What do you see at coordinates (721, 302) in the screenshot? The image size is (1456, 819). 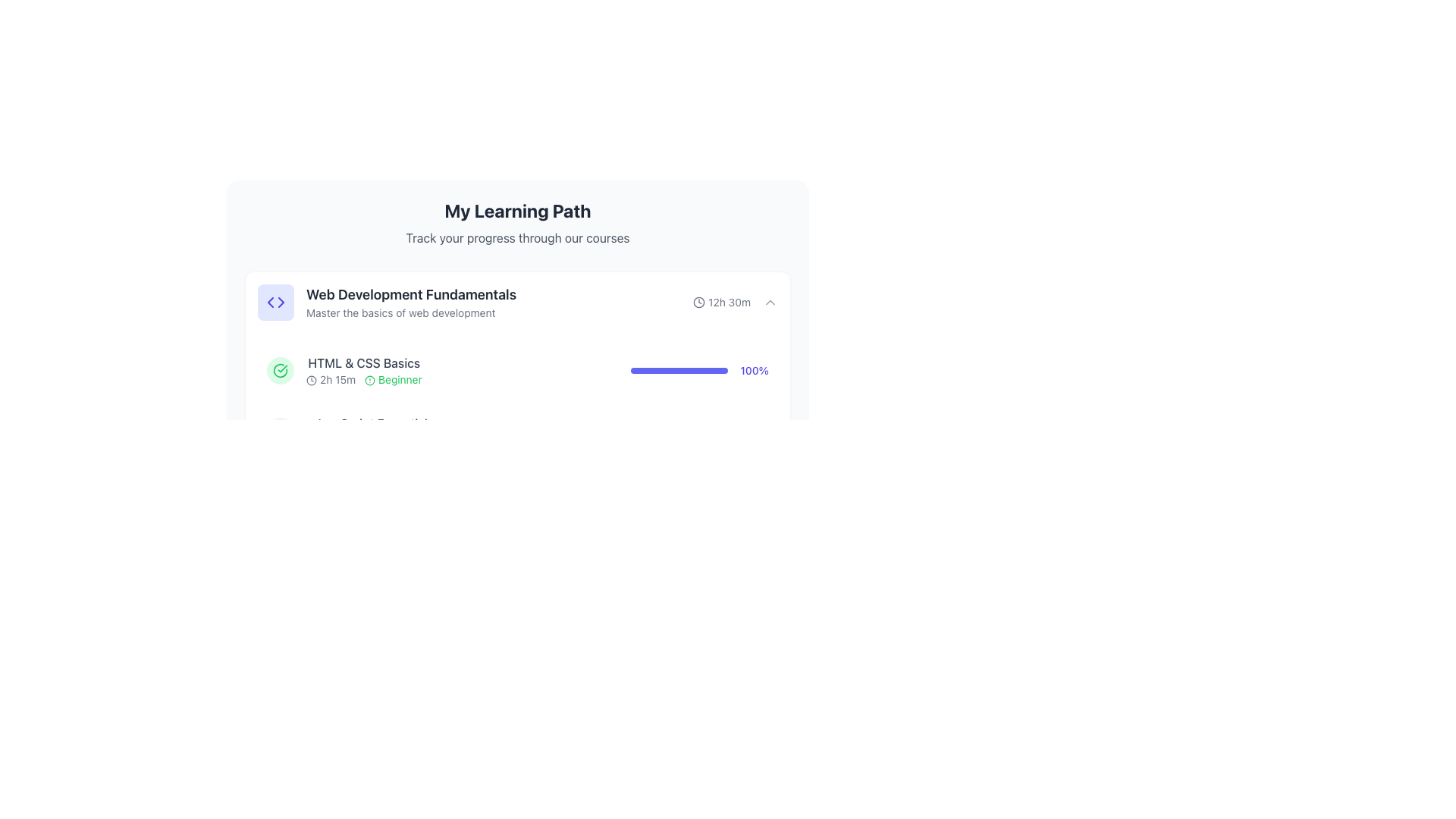 I see `the Text with Icon element displaying '12h 30m' indicating a duration, which includes a clock icon on the left side, located in the top-right area of the 'Web Development Fundamentals' section` at bounding box center [721, 302].